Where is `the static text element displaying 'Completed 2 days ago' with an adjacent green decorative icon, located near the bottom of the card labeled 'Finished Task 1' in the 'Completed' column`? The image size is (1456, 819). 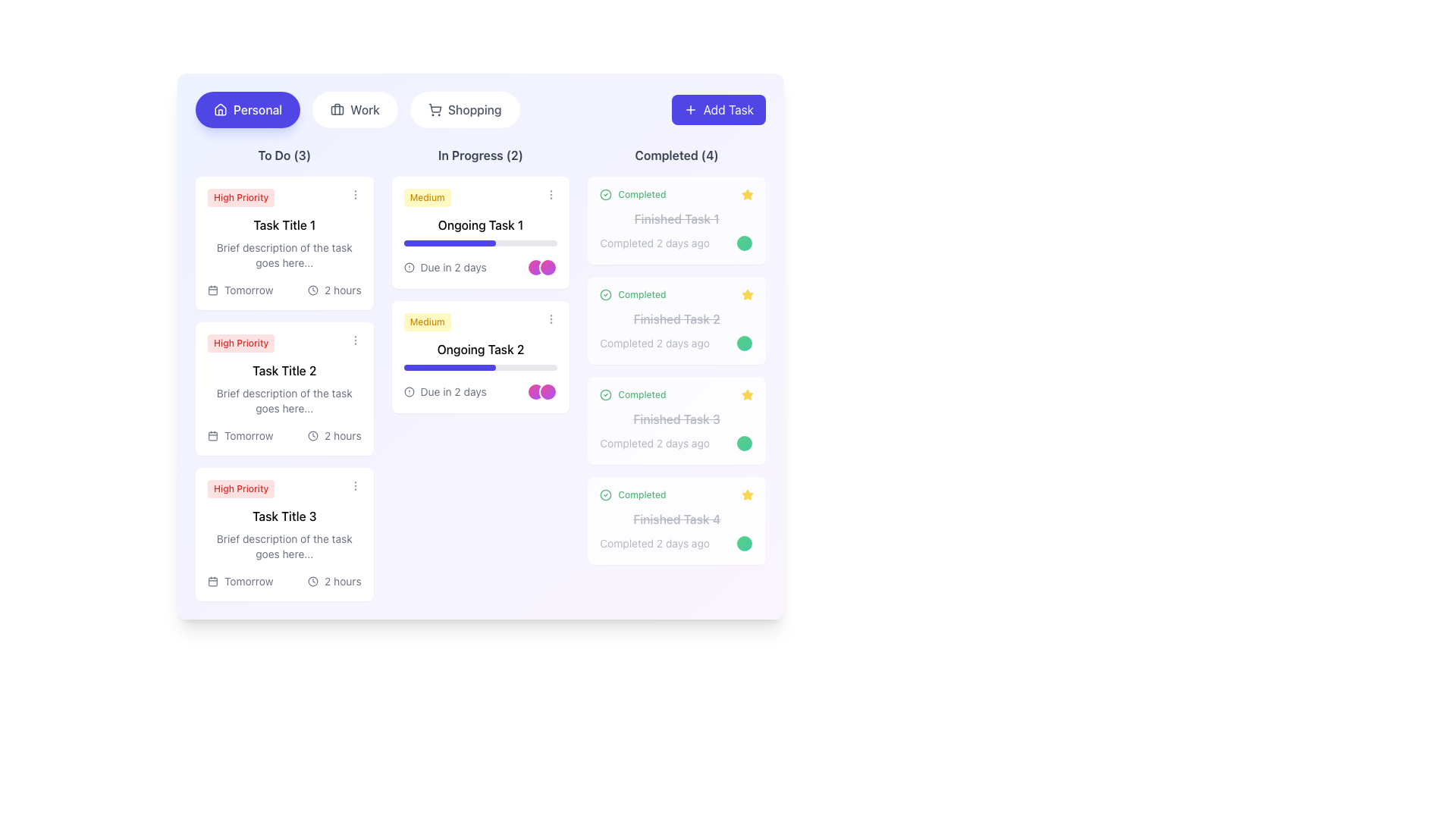 the static text element displaying 'Completed 2 days ago' with an adjacent green decorative icon, located near the bottom of the card labeled 'Finished Task 1' in the 'Completed' column is located at coordinates (676, 242).